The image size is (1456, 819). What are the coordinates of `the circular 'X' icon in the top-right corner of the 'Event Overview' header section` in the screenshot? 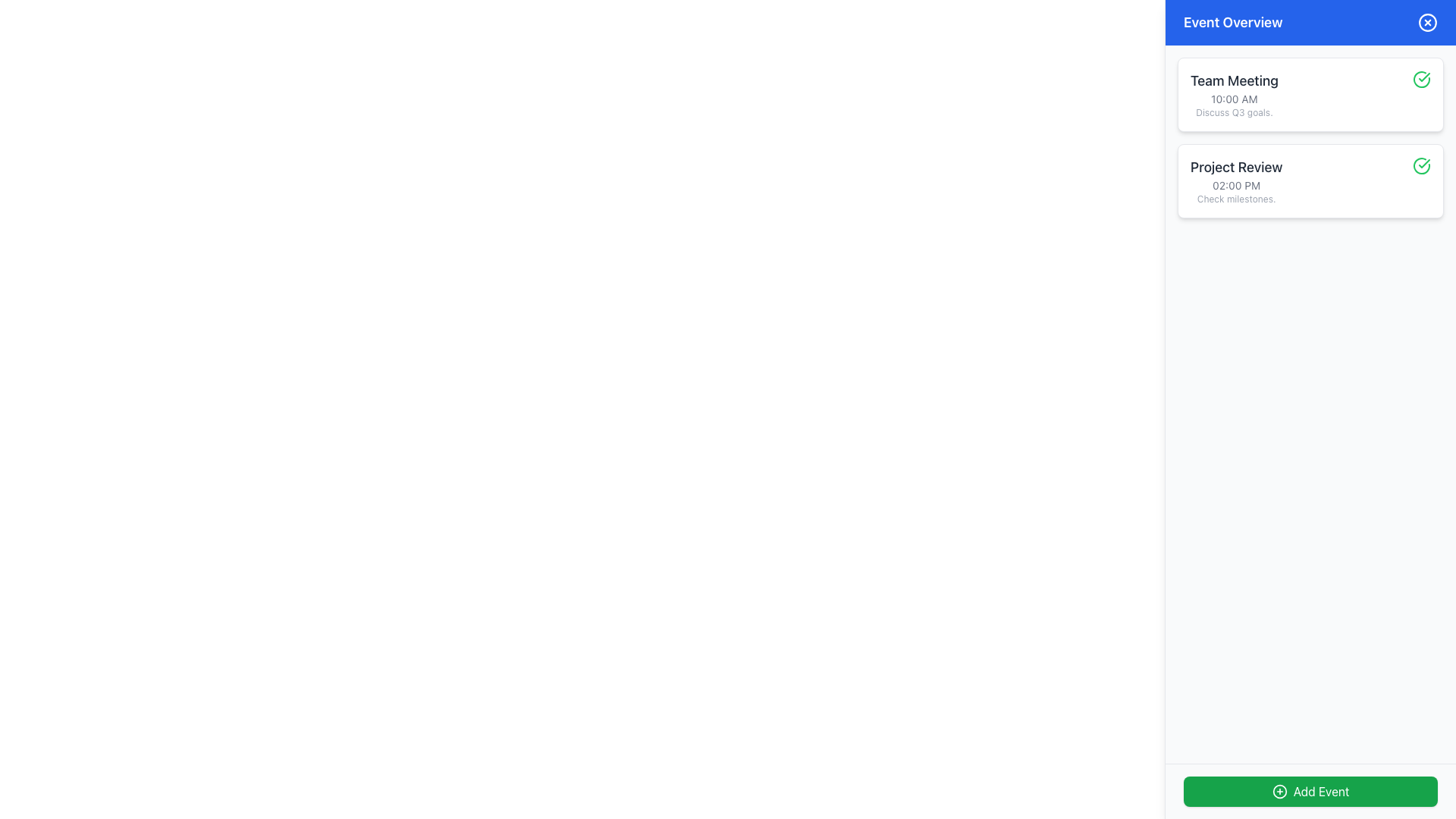 It's located at (1426, 23).